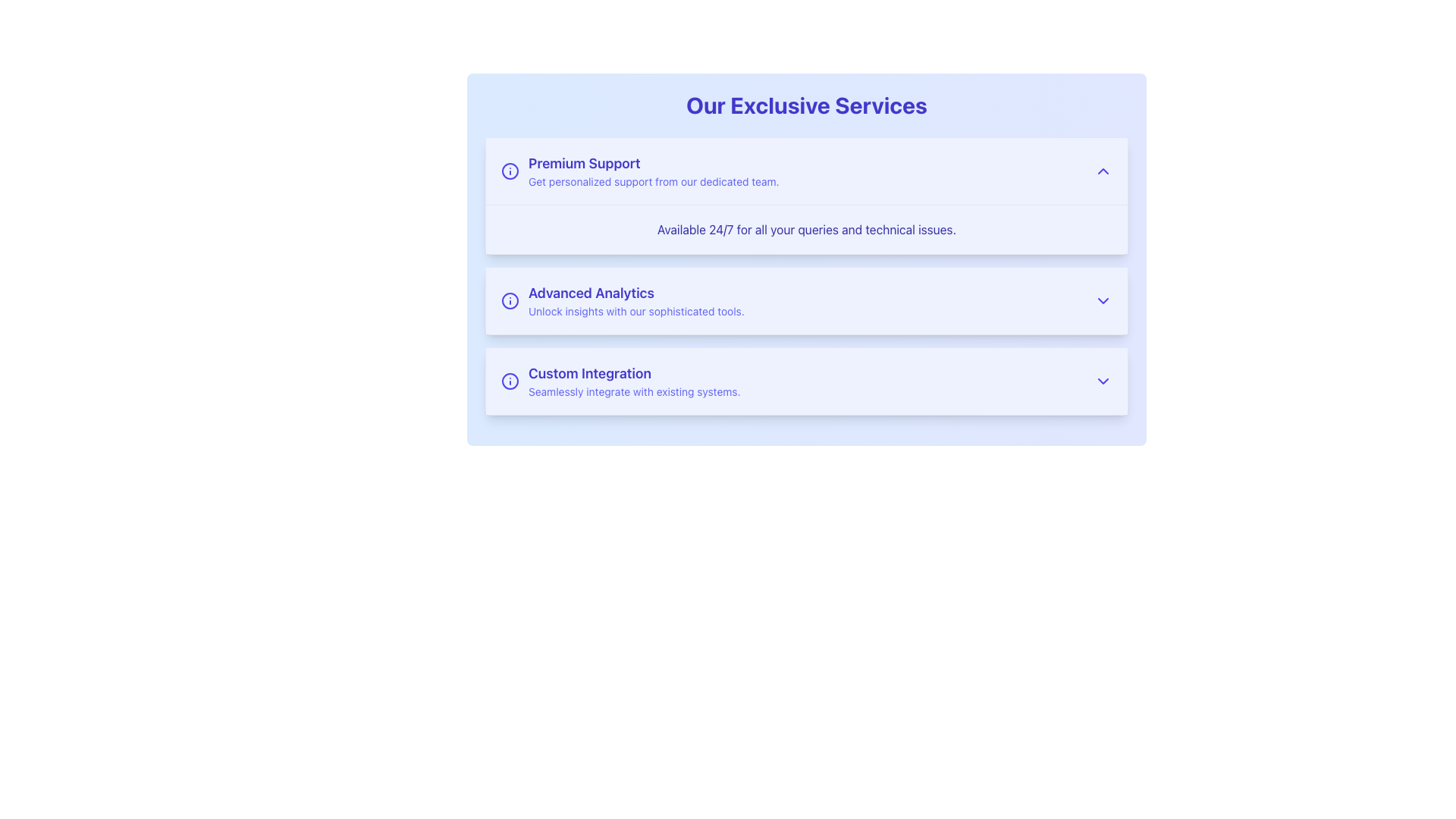 This screenshot has height=819, width=1456. Describe the element at coordinates (634, 391) in the screenshot. I see `descriptive text providing context about the 'Custom Integration' service, which is positioned as the subtitle below the title 'Custom Integration'` at that location.